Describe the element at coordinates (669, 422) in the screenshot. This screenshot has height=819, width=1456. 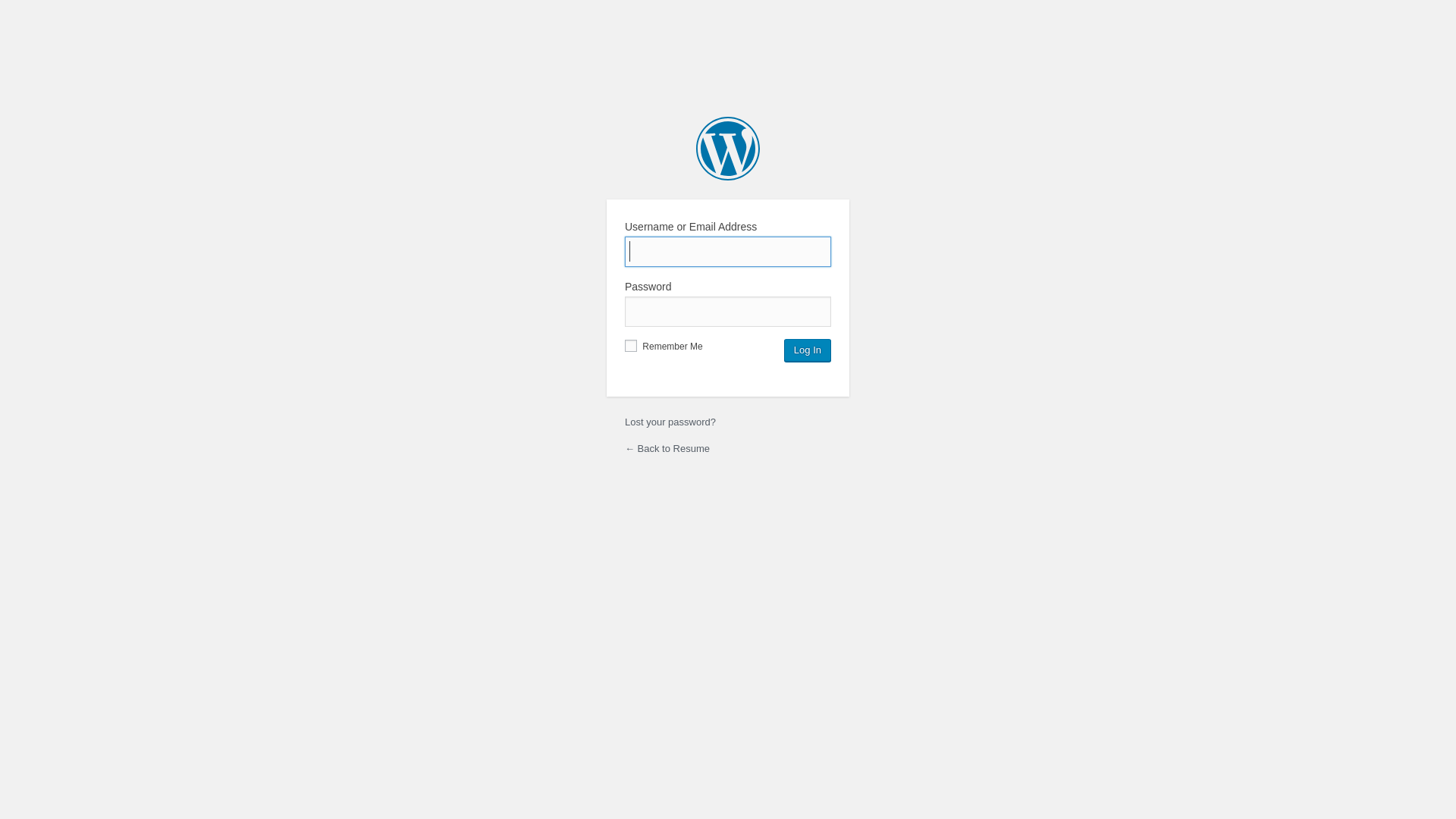
I see `'Lost your password?'` at that location.